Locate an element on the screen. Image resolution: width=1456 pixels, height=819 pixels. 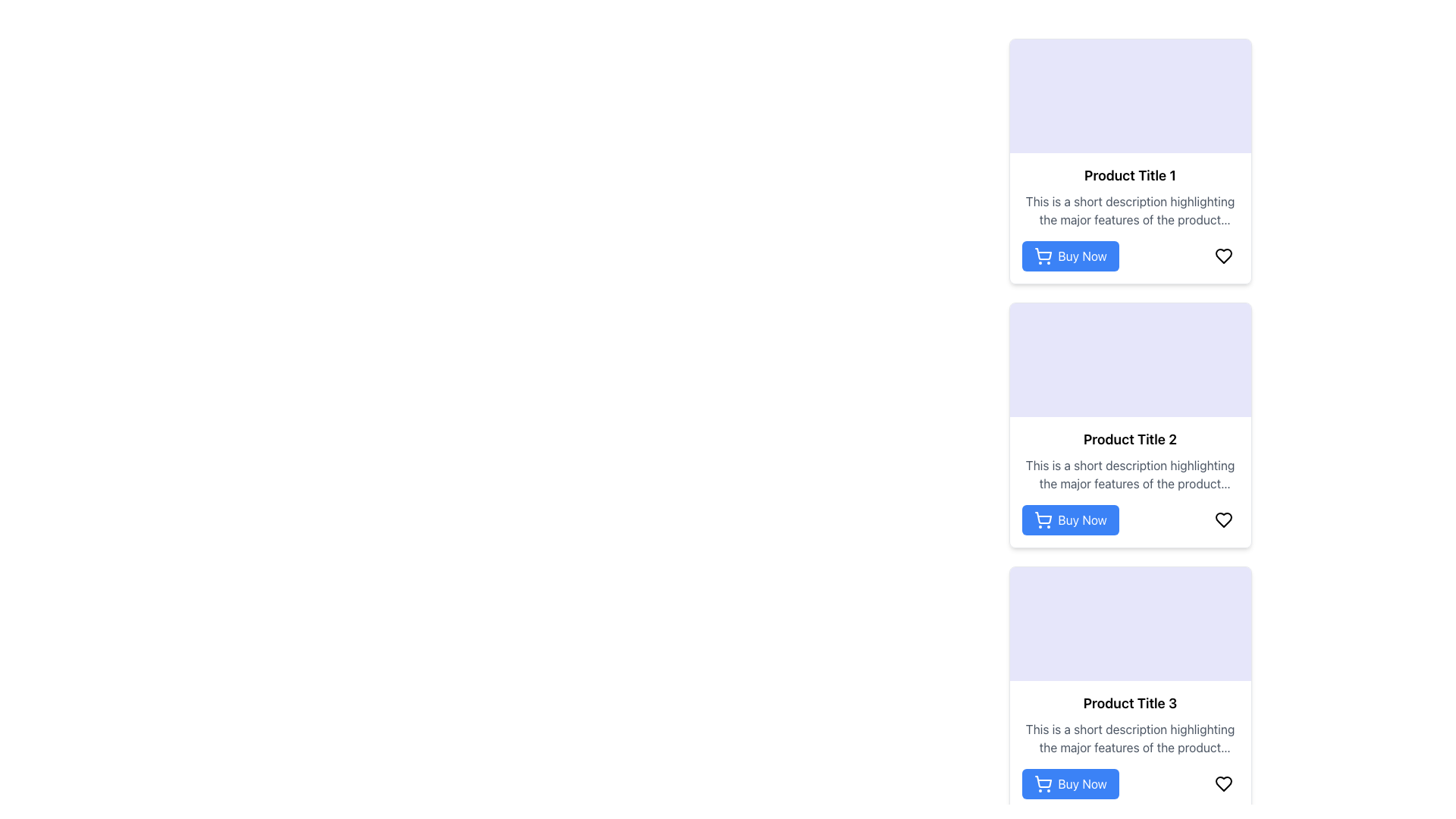
the button located at the bottom left of the product card titled 'Product Title 1' to observe the color change that indicates interactivity is located at coordinates (1069, 256).